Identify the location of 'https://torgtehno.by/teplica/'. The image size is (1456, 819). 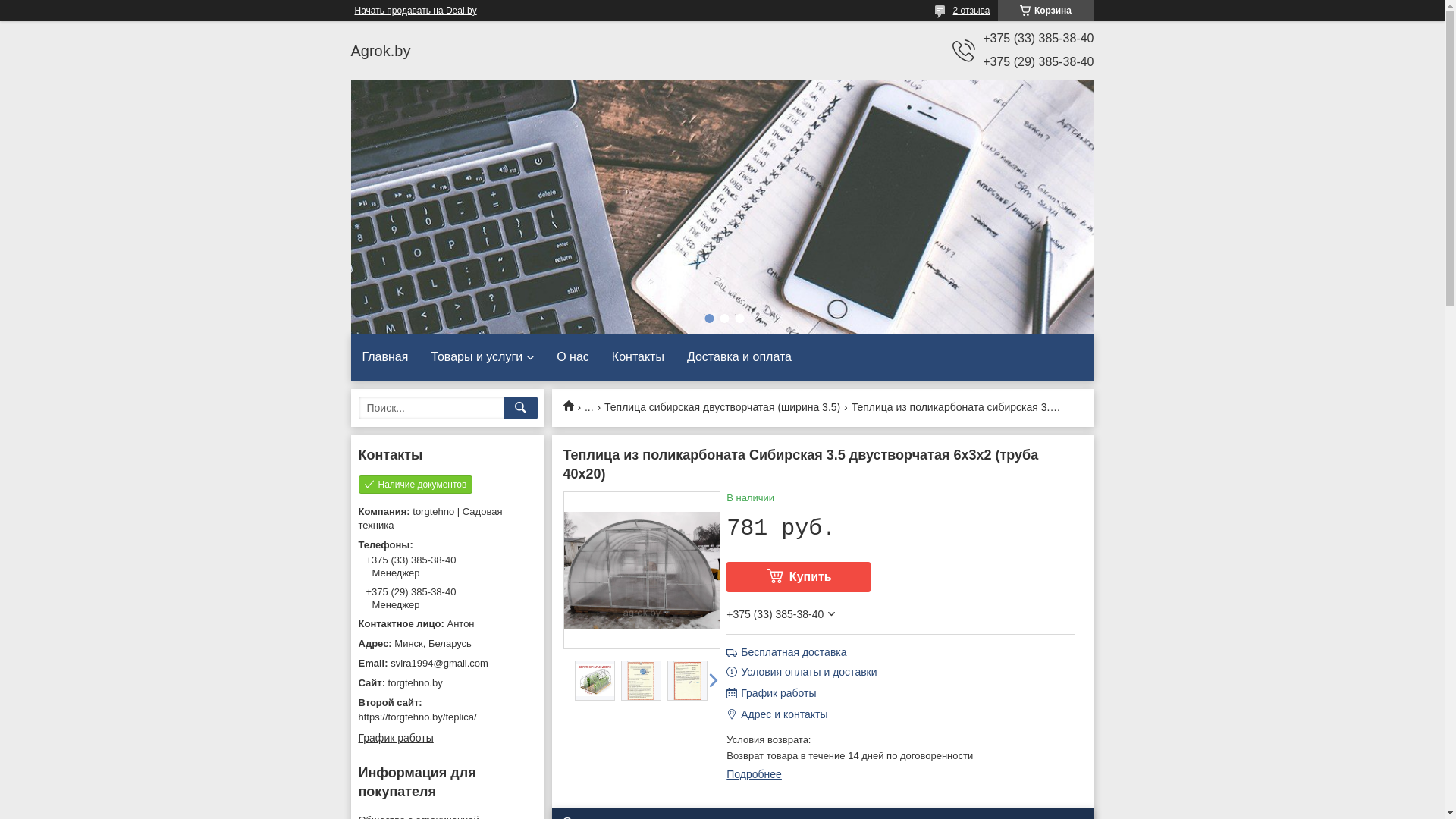
(356, 717).